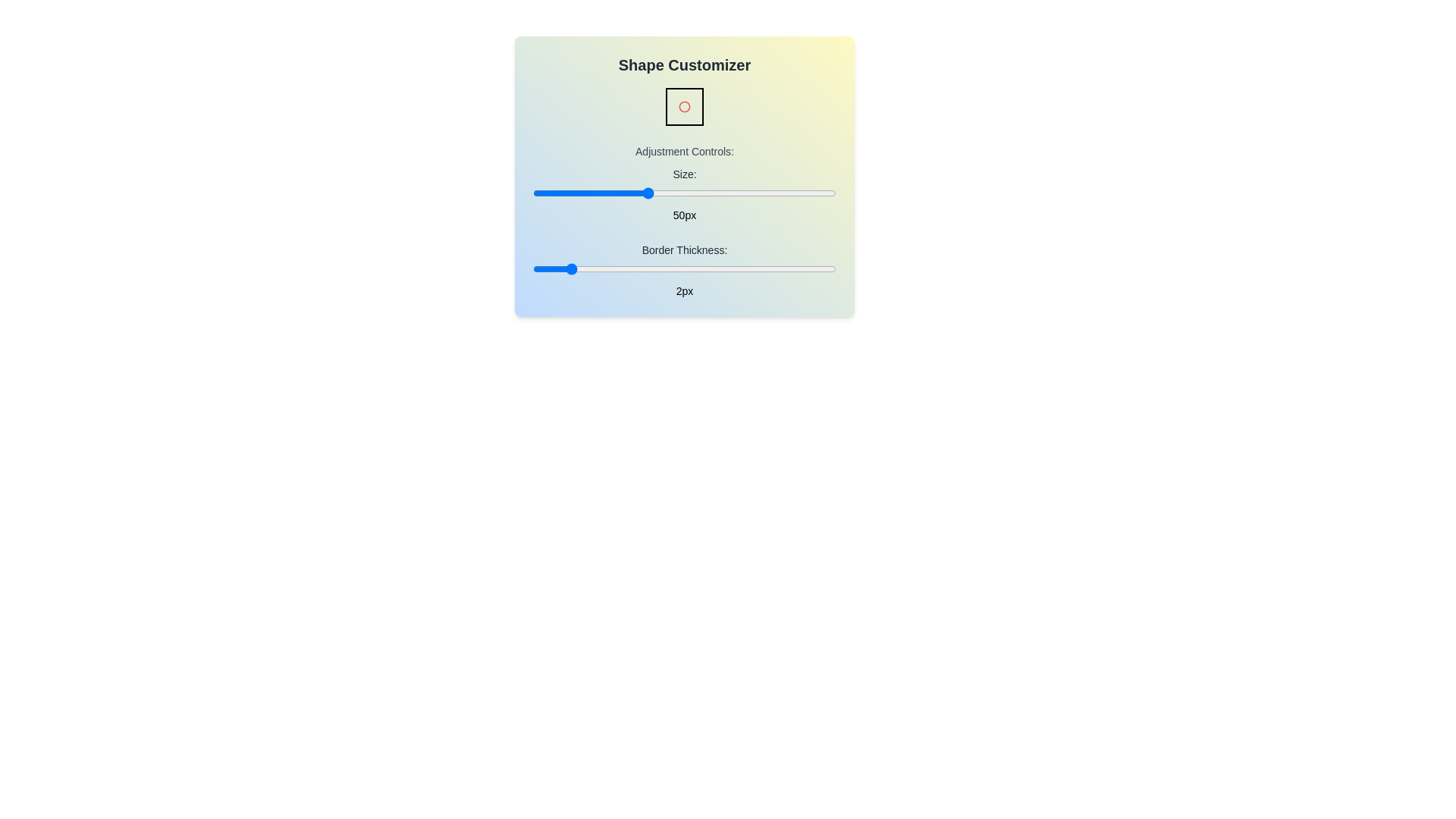 The image size is (1456, 819). Describe the element at coordinates (683, 106) in the screenshot. I see `the center of the shape to focus it` at that location.